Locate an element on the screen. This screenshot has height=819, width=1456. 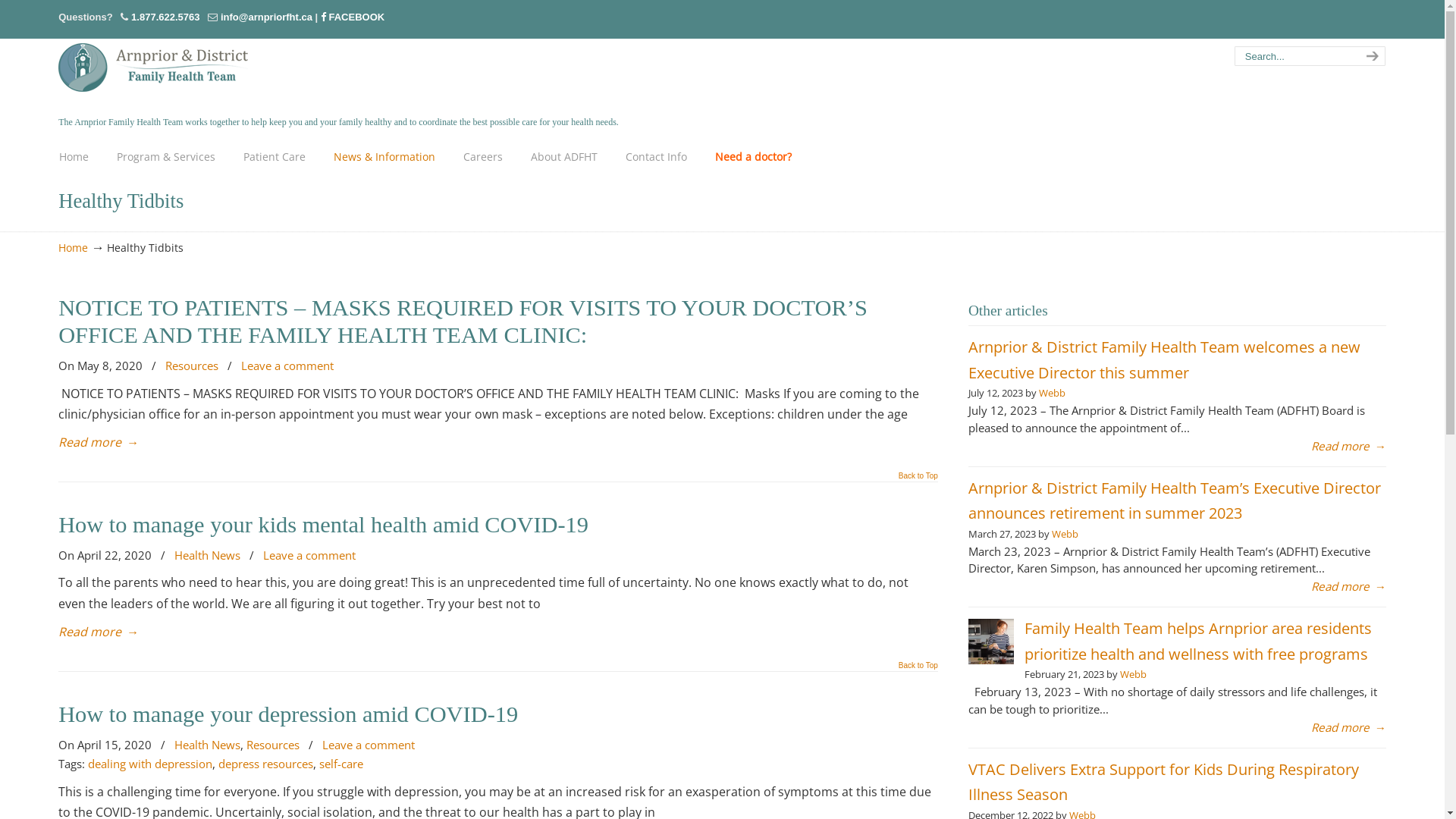
'Contact Info' is located at coordinates (610, 157).